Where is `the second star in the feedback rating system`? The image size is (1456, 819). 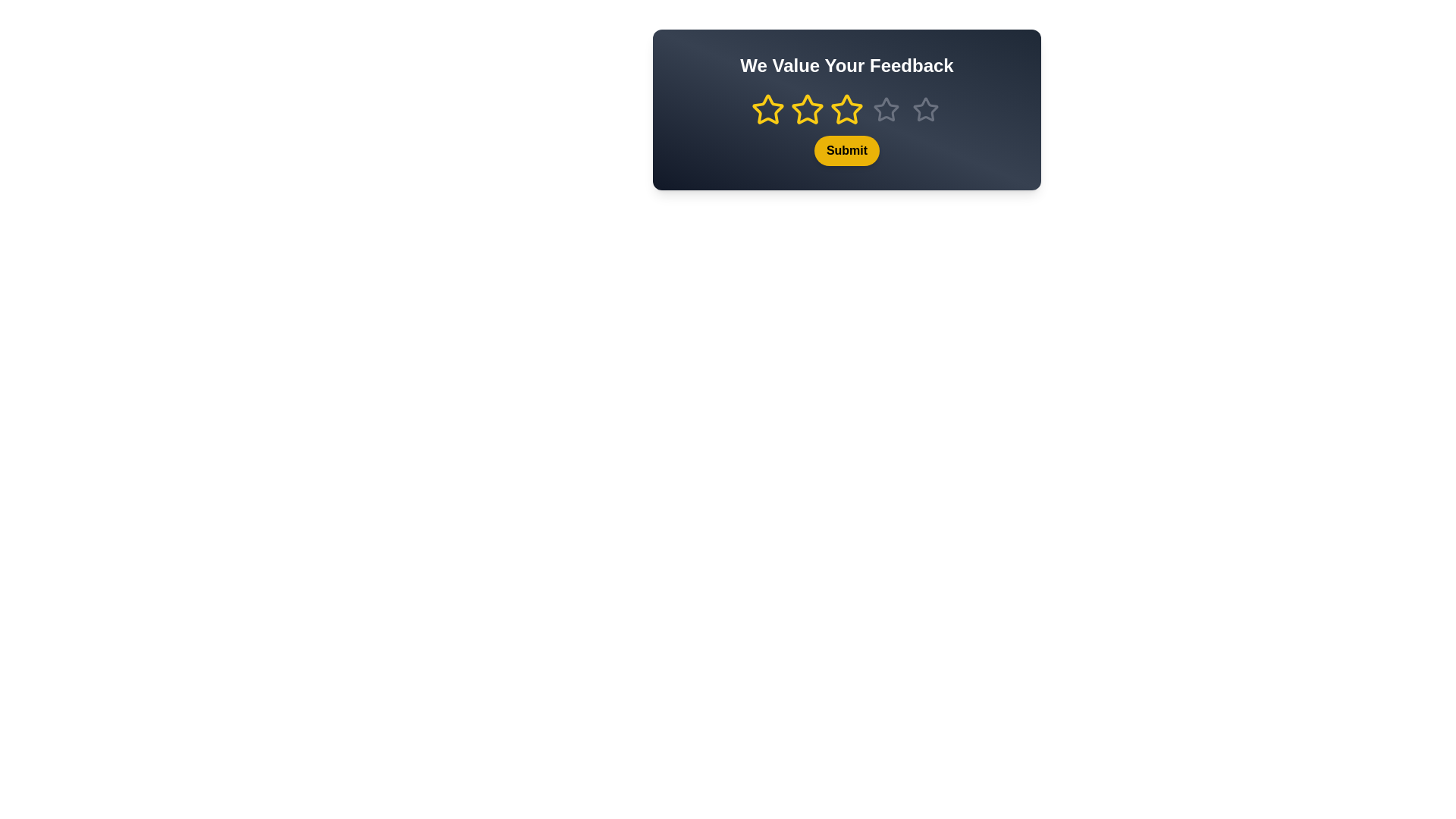
the second star in the feedback rating system is located at coordinates (846, 109).